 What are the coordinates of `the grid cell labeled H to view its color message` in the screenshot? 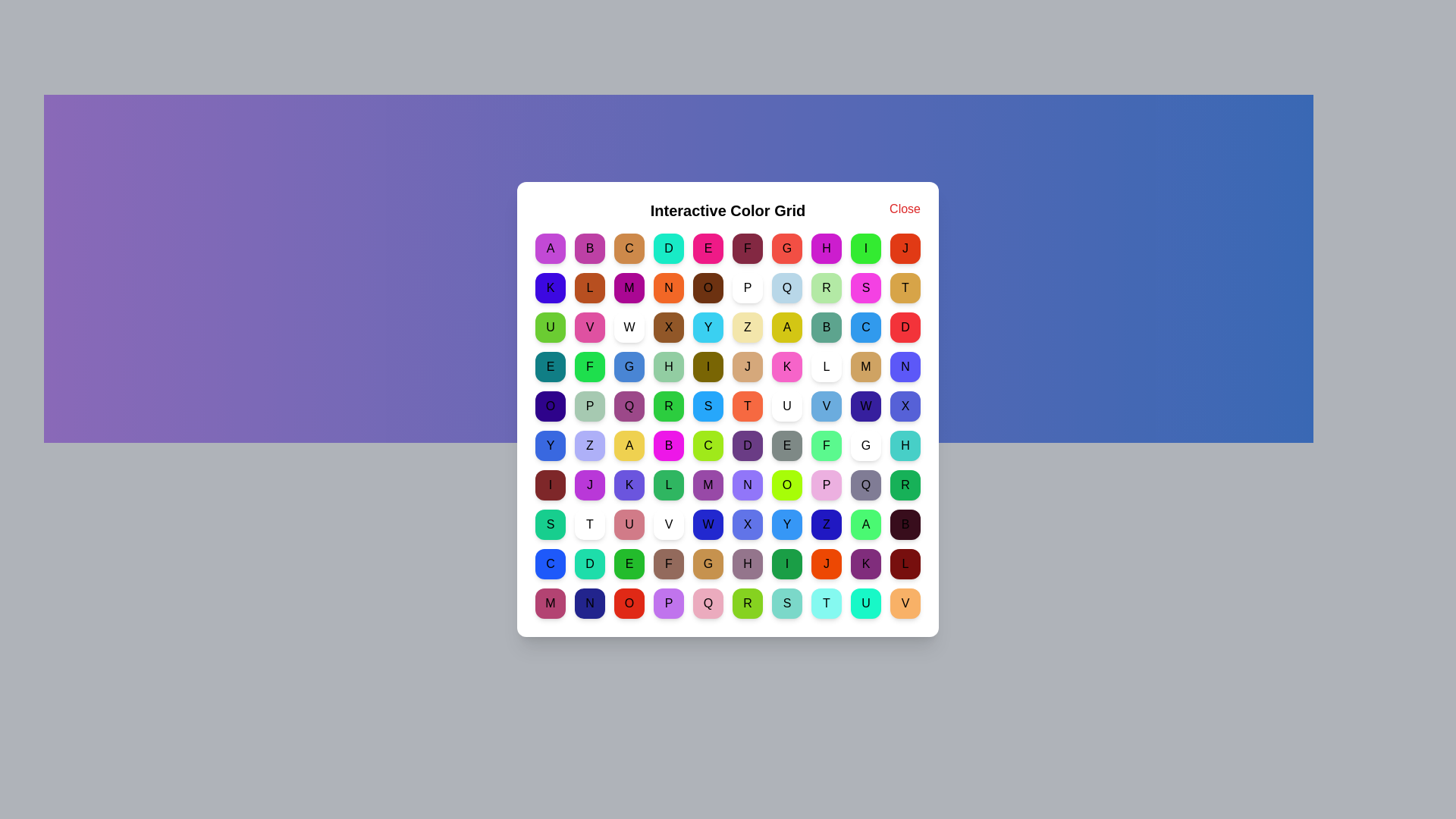 It's located at (825, 247).